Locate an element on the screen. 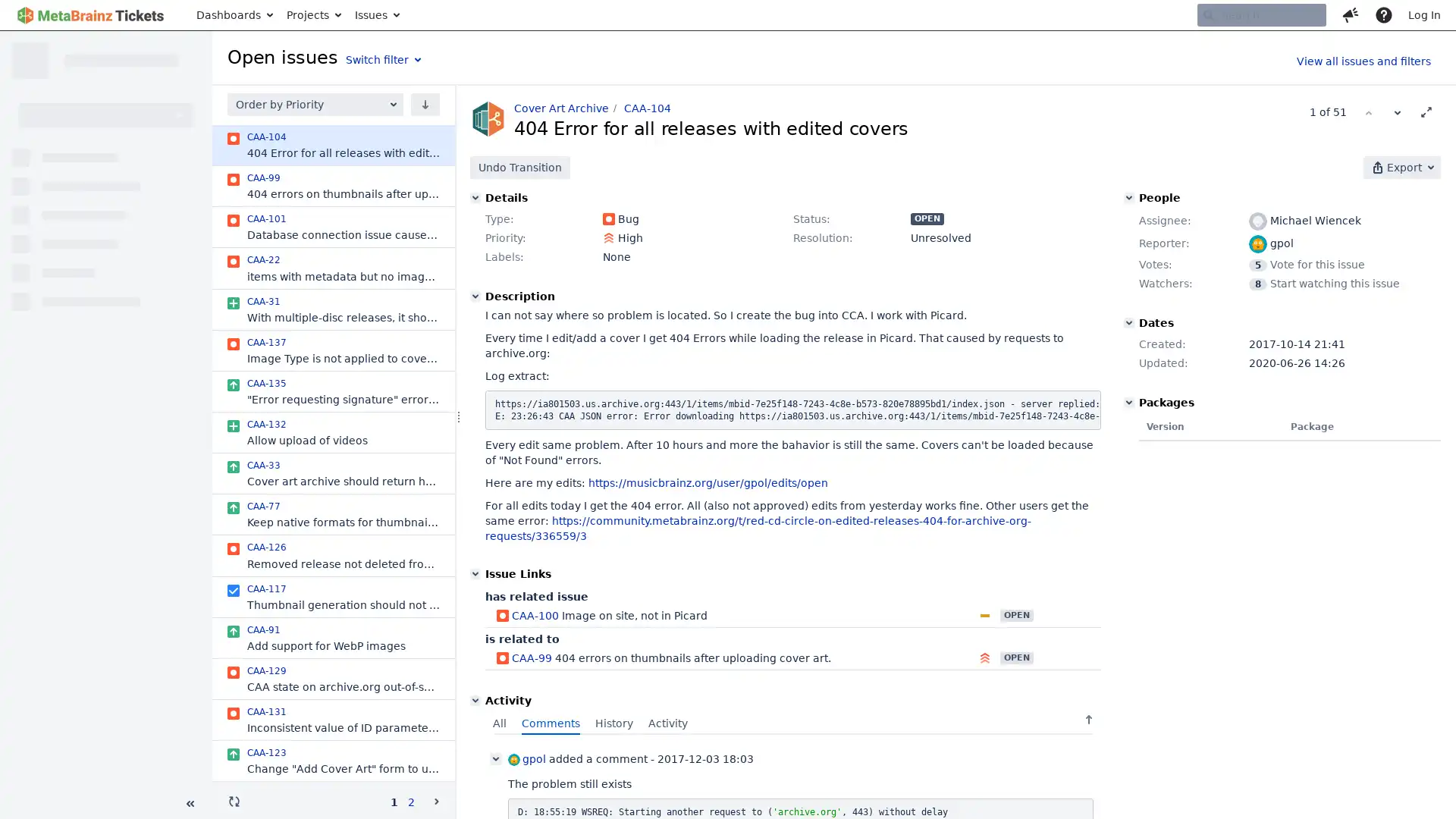 The width and height of the screenshot is (1456, 819). Activity is located at coordinates (475, 701).